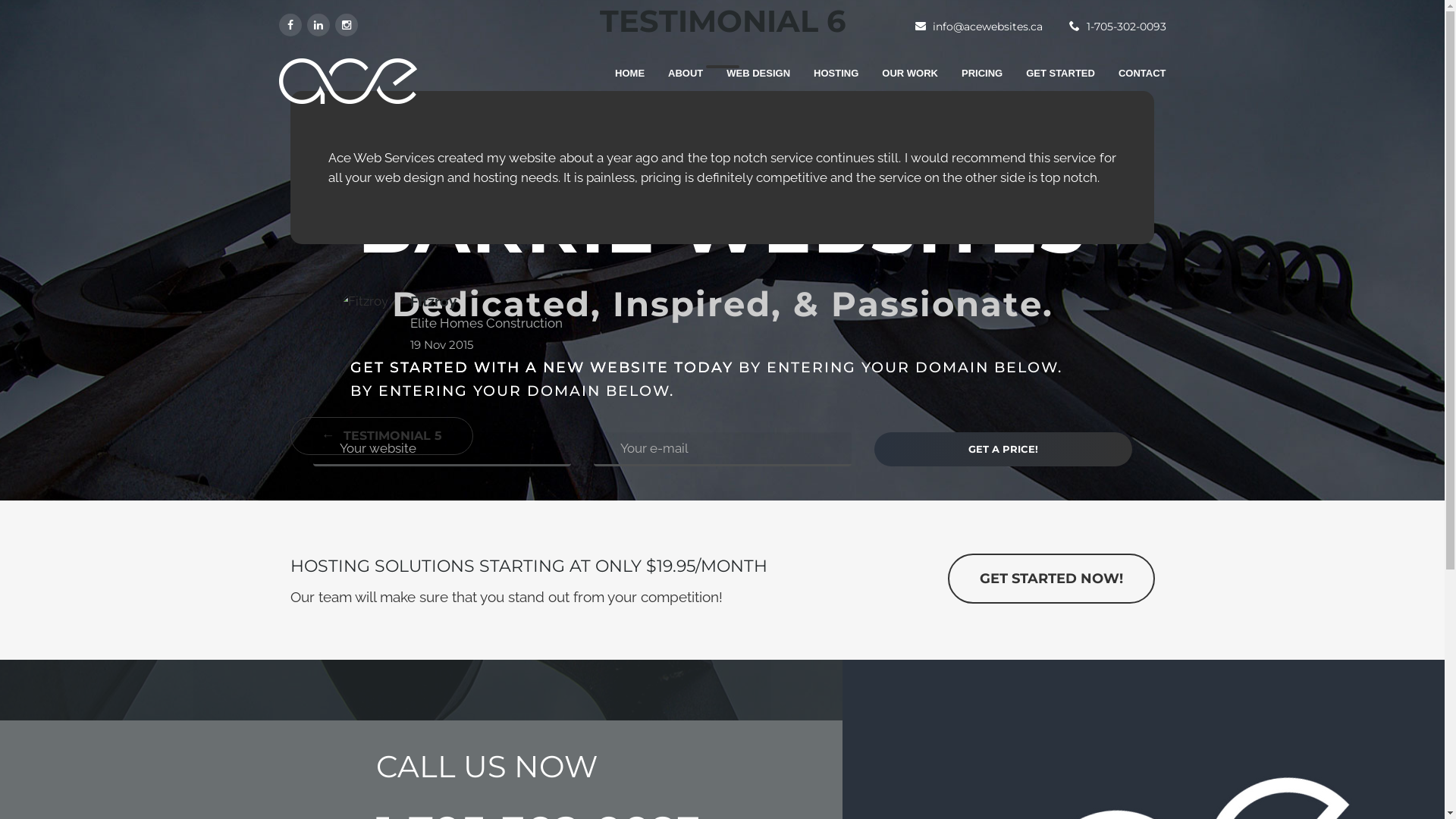  What do you see at coordinates (673, 81) in the screenshot?
I see `'ABOUT'` at bounding box center [673, 81].